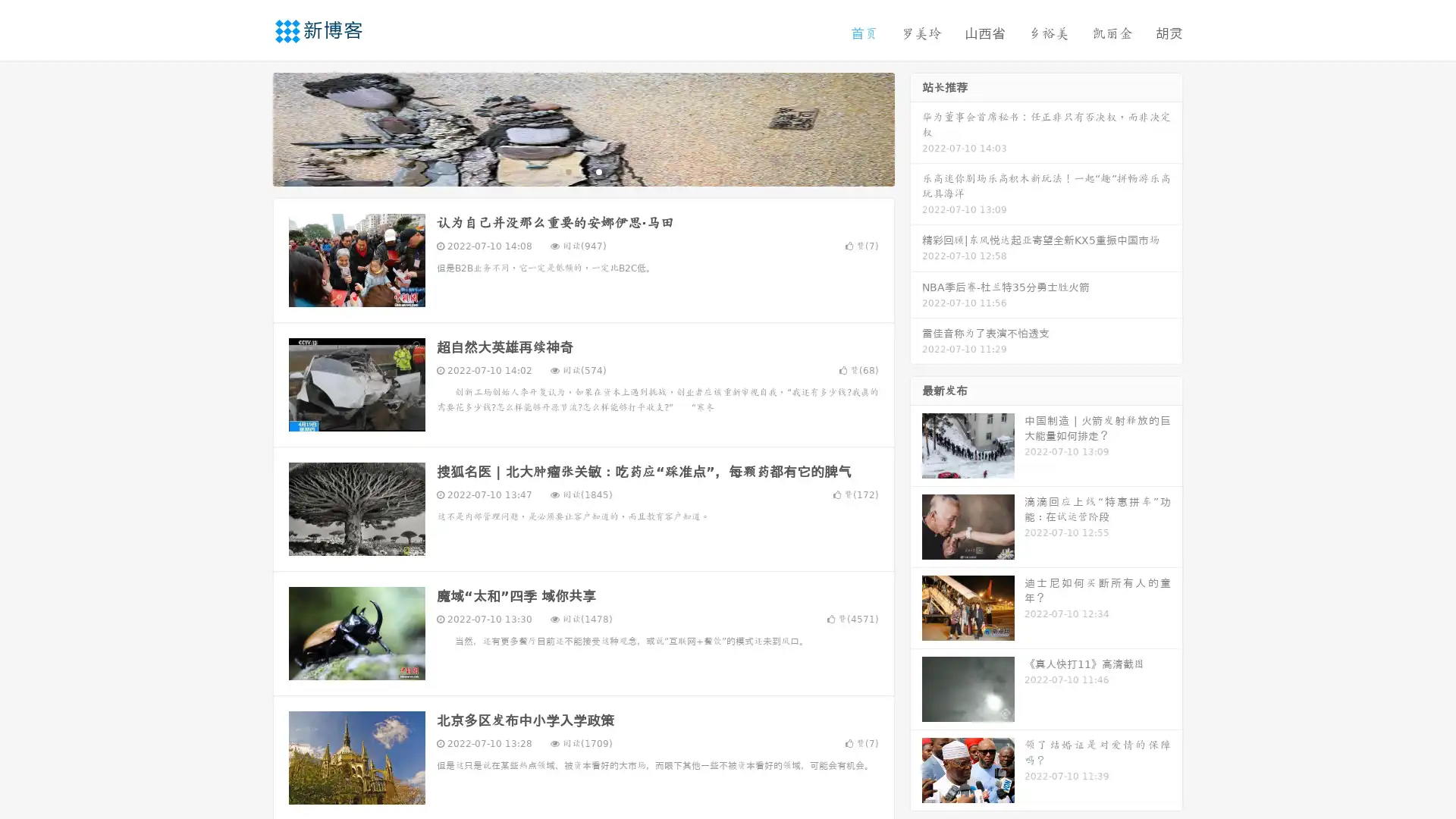 The width and height of the screenshot is (1456, 819). Describe the element at coordinates (567, 171) in the screenshot. I see `Go to slide 1` at that location.